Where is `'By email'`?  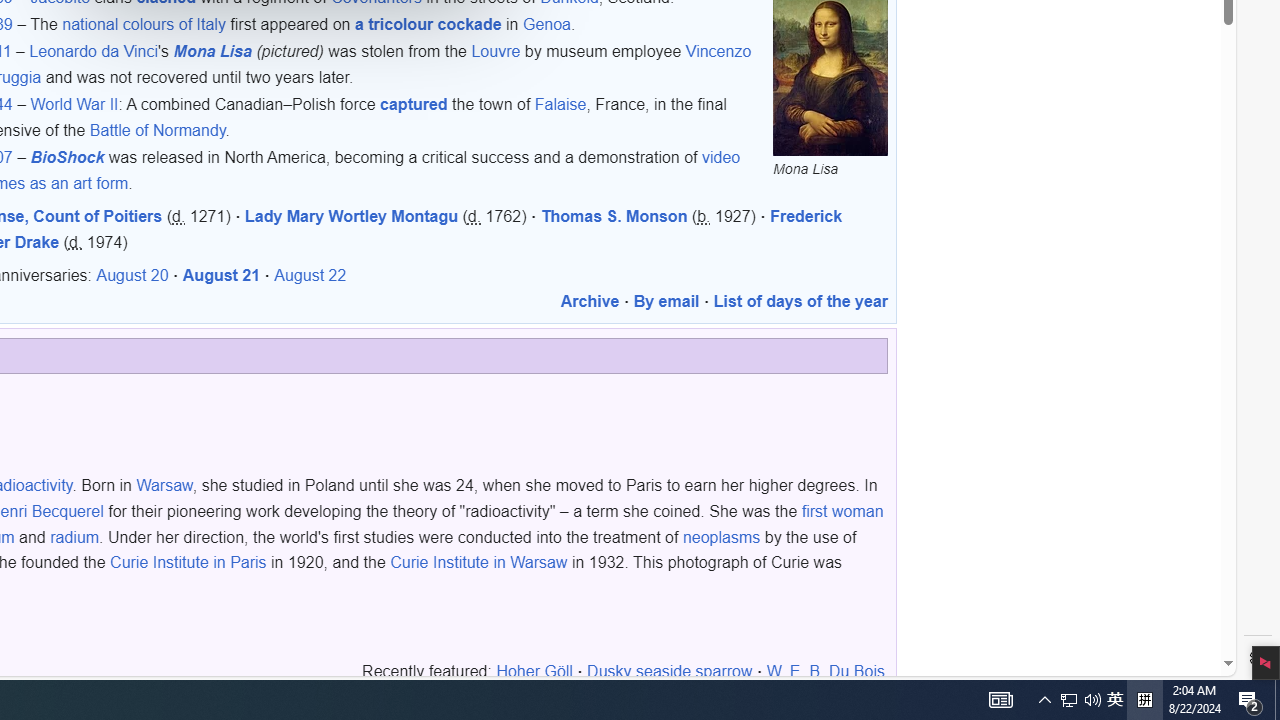
'By email' is located at coordinates (666, 302).